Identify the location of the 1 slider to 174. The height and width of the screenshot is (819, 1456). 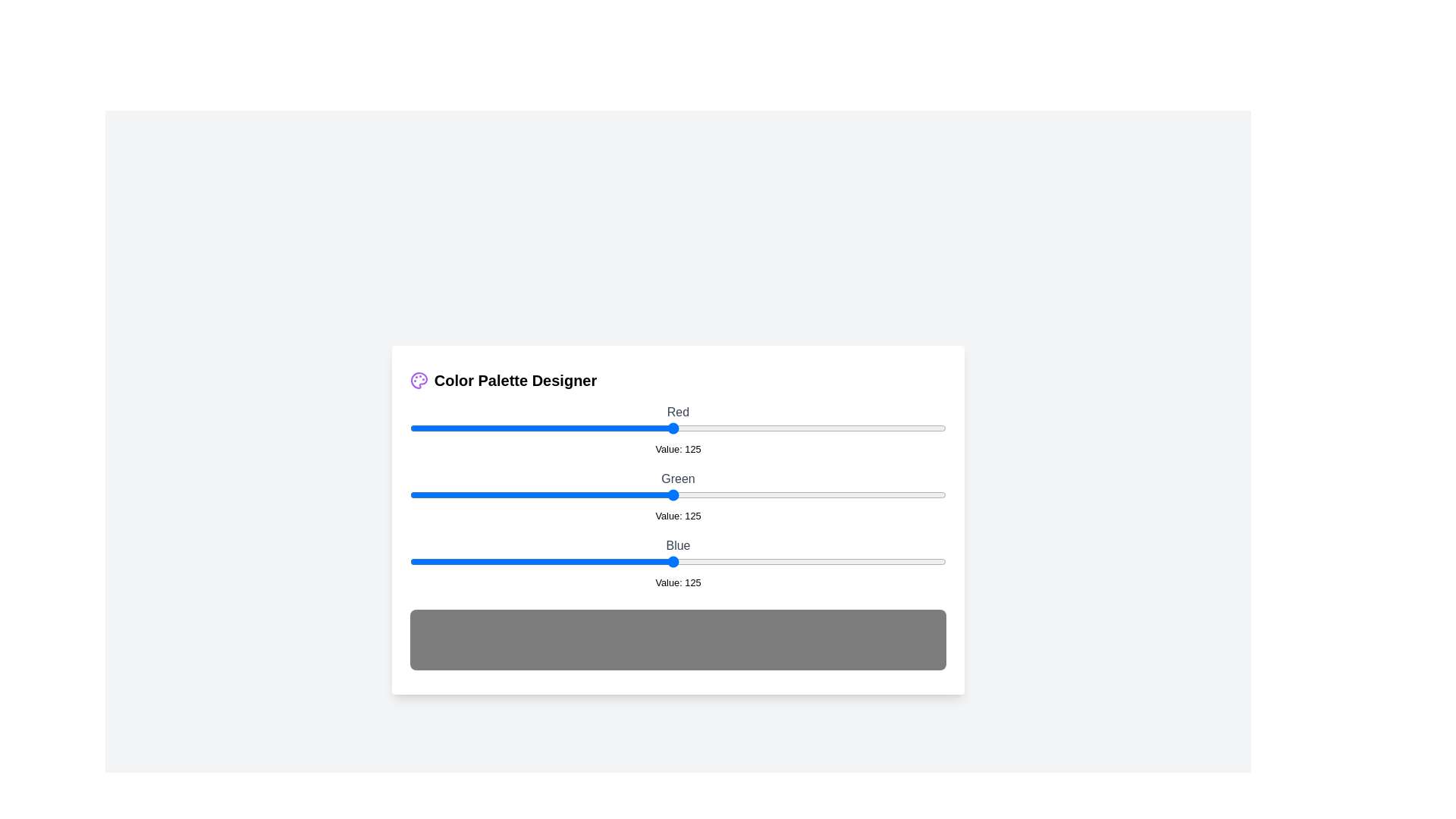
(776, 494).